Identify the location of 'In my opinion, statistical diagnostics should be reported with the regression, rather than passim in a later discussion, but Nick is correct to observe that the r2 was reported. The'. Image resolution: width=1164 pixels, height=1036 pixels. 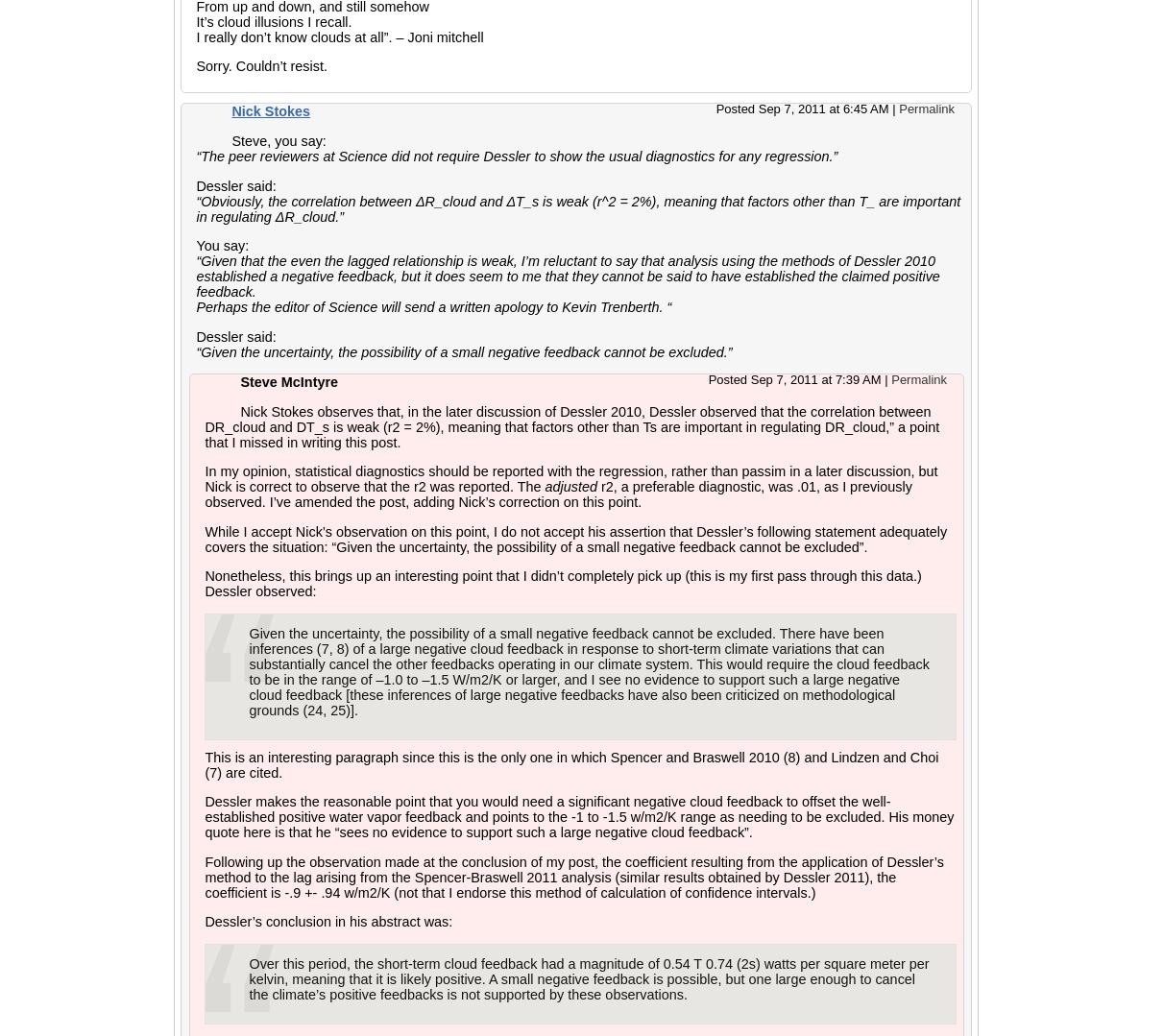
(203, 479).